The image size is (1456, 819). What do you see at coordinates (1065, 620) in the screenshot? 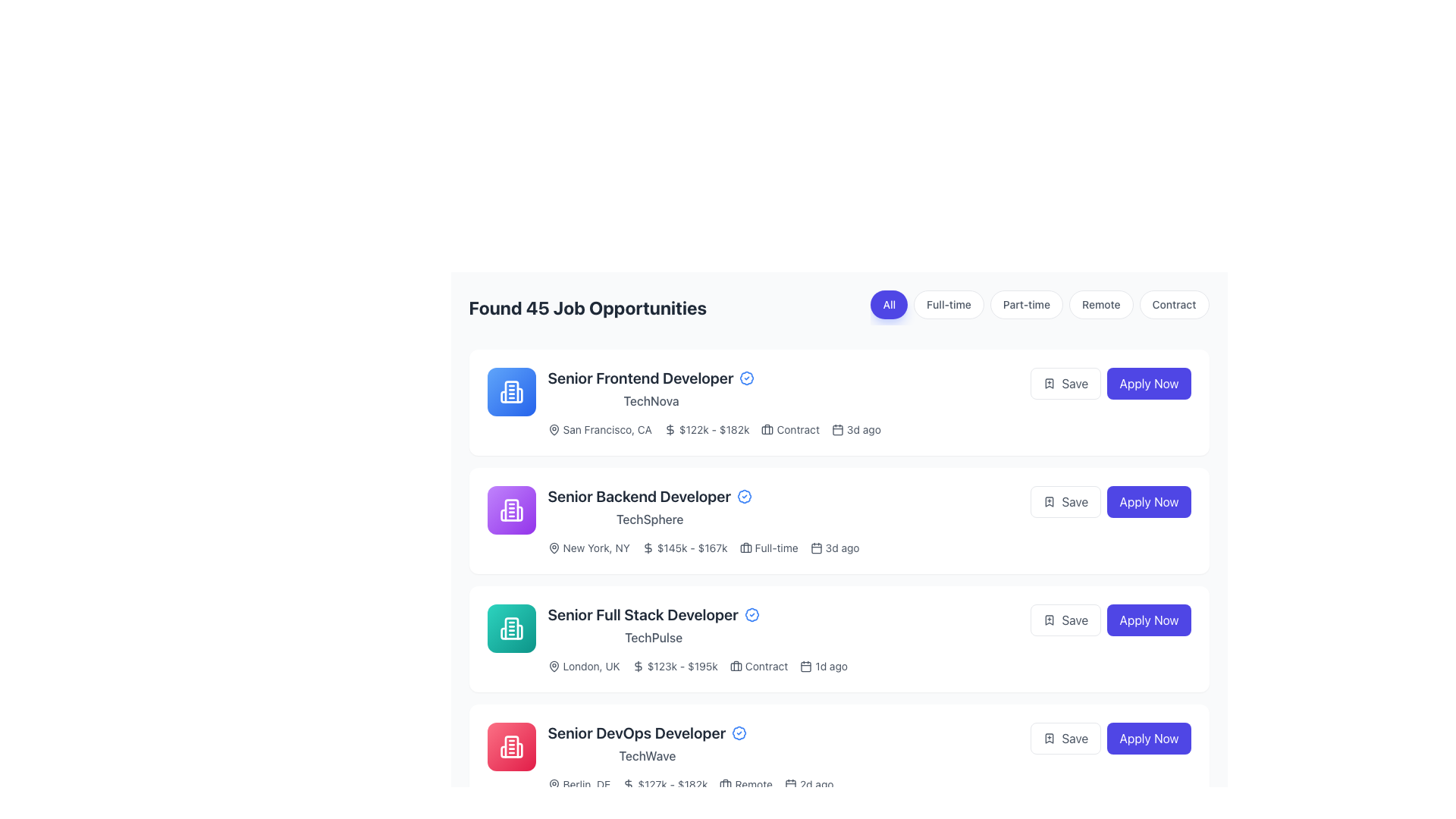
I see `the first button in the row of two, which serves to save or bookmark a job listing, located in the third job listing from the top` at bounding box center [1065, 620].